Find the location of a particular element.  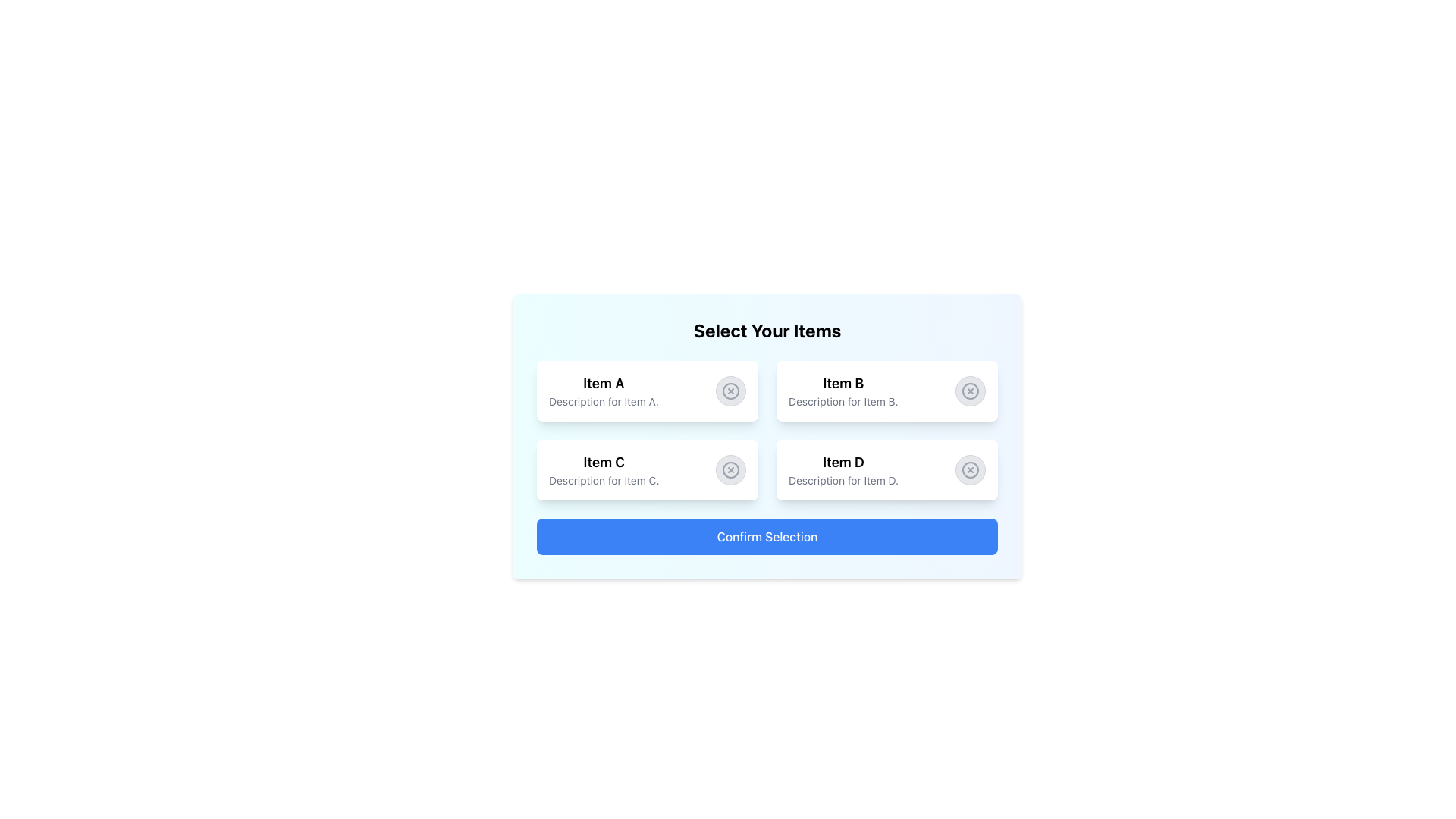

the Information display card for 'Item B', which provides its name and description, positioned in the grid layout as the second card, right of 'Item A' and above 'Item D' is located at coordinates (843, 391).